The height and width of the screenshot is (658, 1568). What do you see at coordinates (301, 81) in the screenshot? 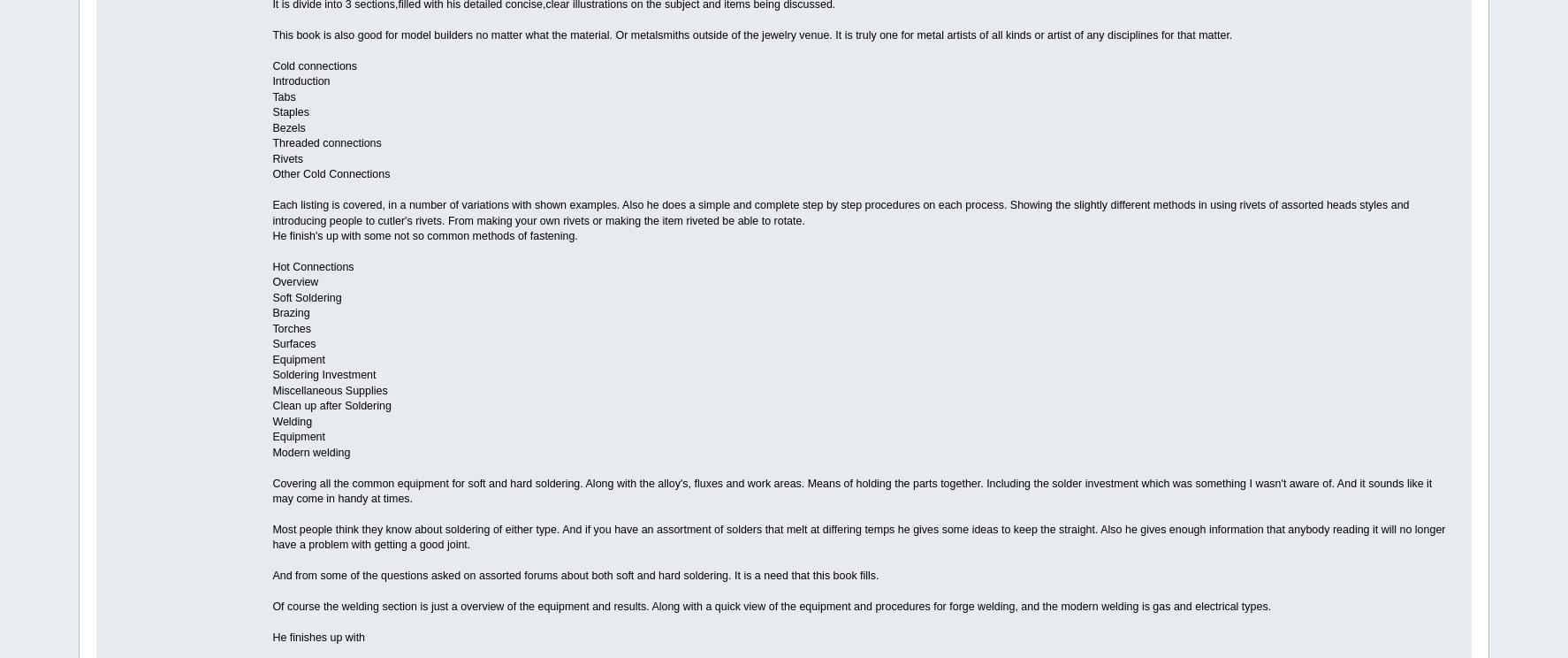
I see `'Introduction'` at bounding box center [301, 81].